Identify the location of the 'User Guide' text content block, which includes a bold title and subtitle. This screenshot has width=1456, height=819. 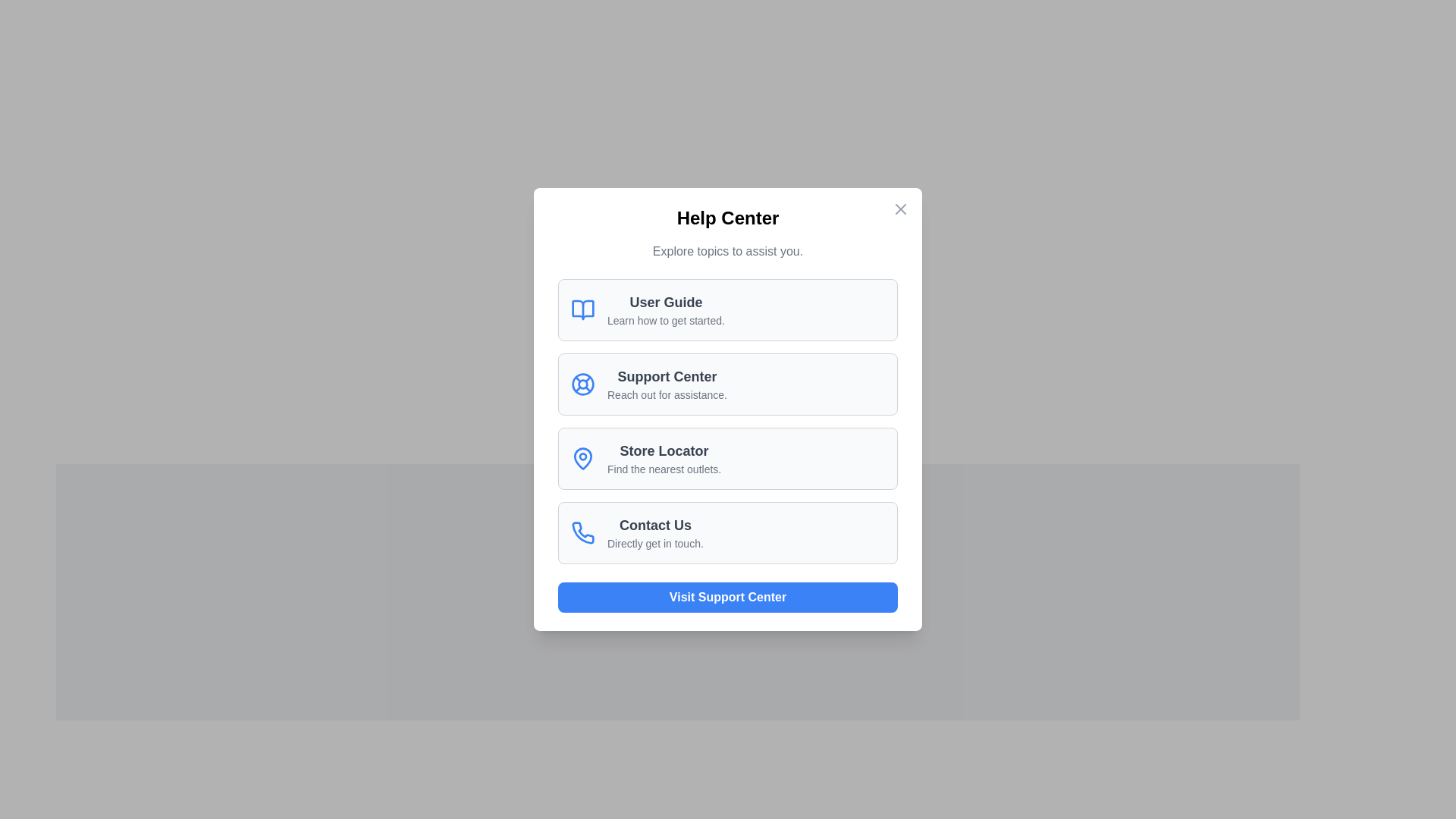
(666, 309).